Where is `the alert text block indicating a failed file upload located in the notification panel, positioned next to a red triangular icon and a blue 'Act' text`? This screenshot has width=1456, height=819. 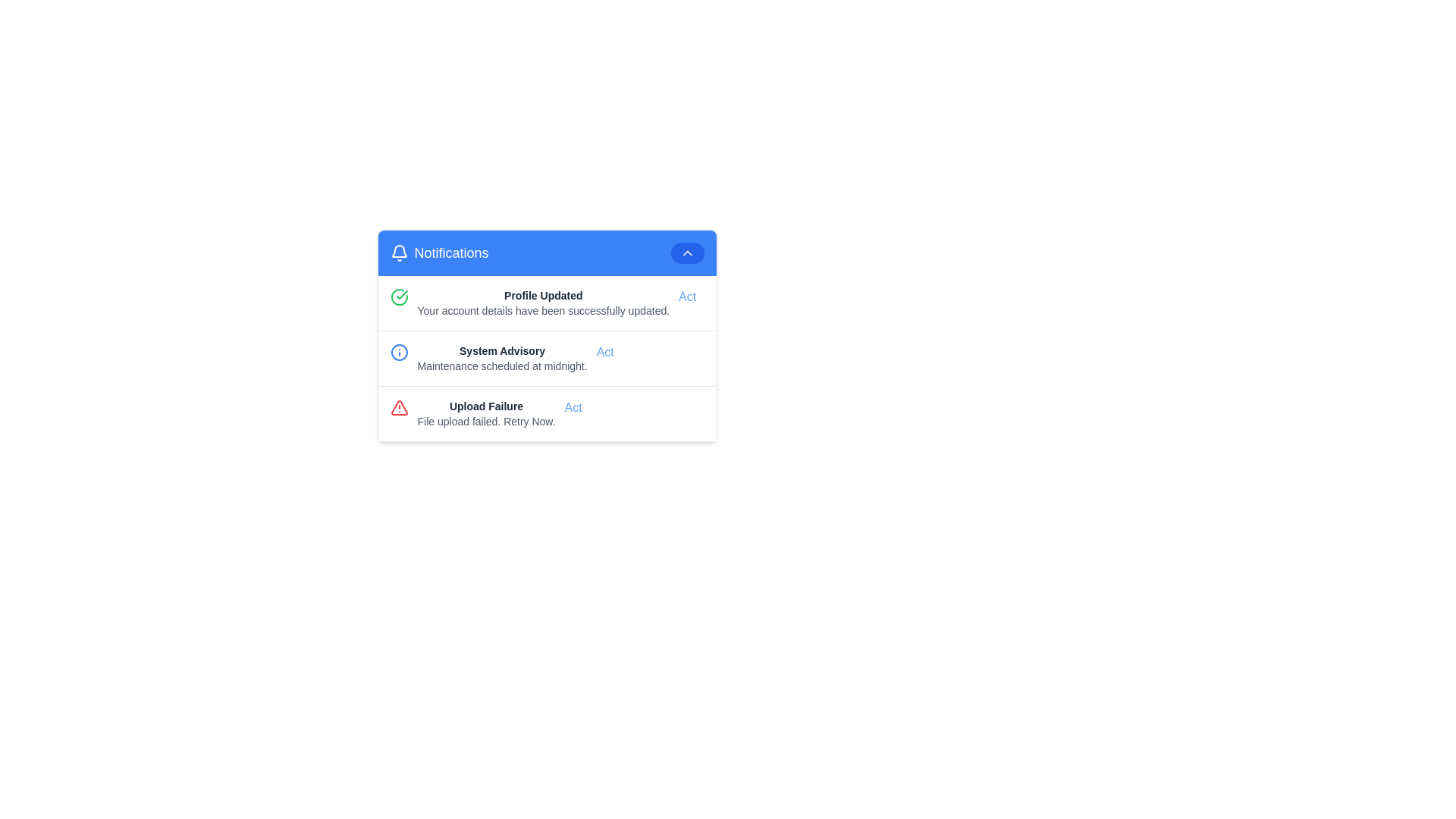 the alert text block indicating a failed file upload located in the notification panel, positioned next to a red triangular icon and a blue 'Act' text is located at coordinates (486, 414).